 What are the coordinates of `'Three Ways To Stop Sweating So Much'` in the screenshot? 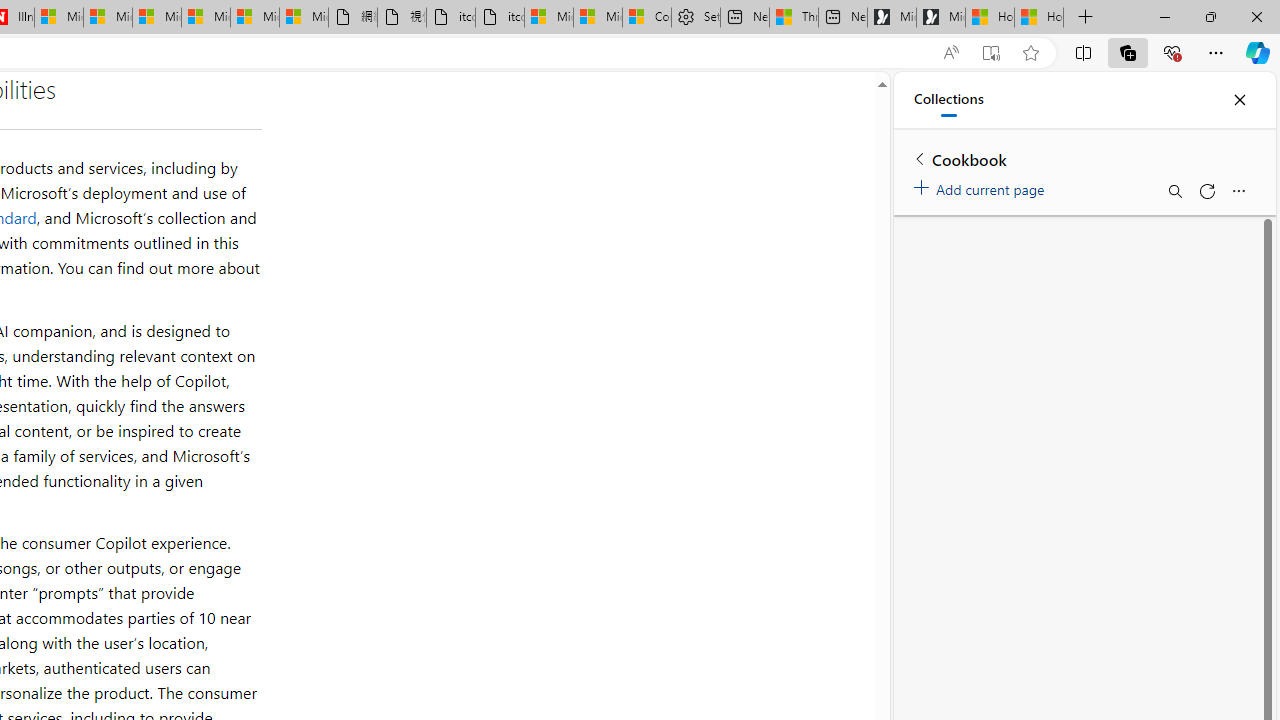 It's located at (793, 17).